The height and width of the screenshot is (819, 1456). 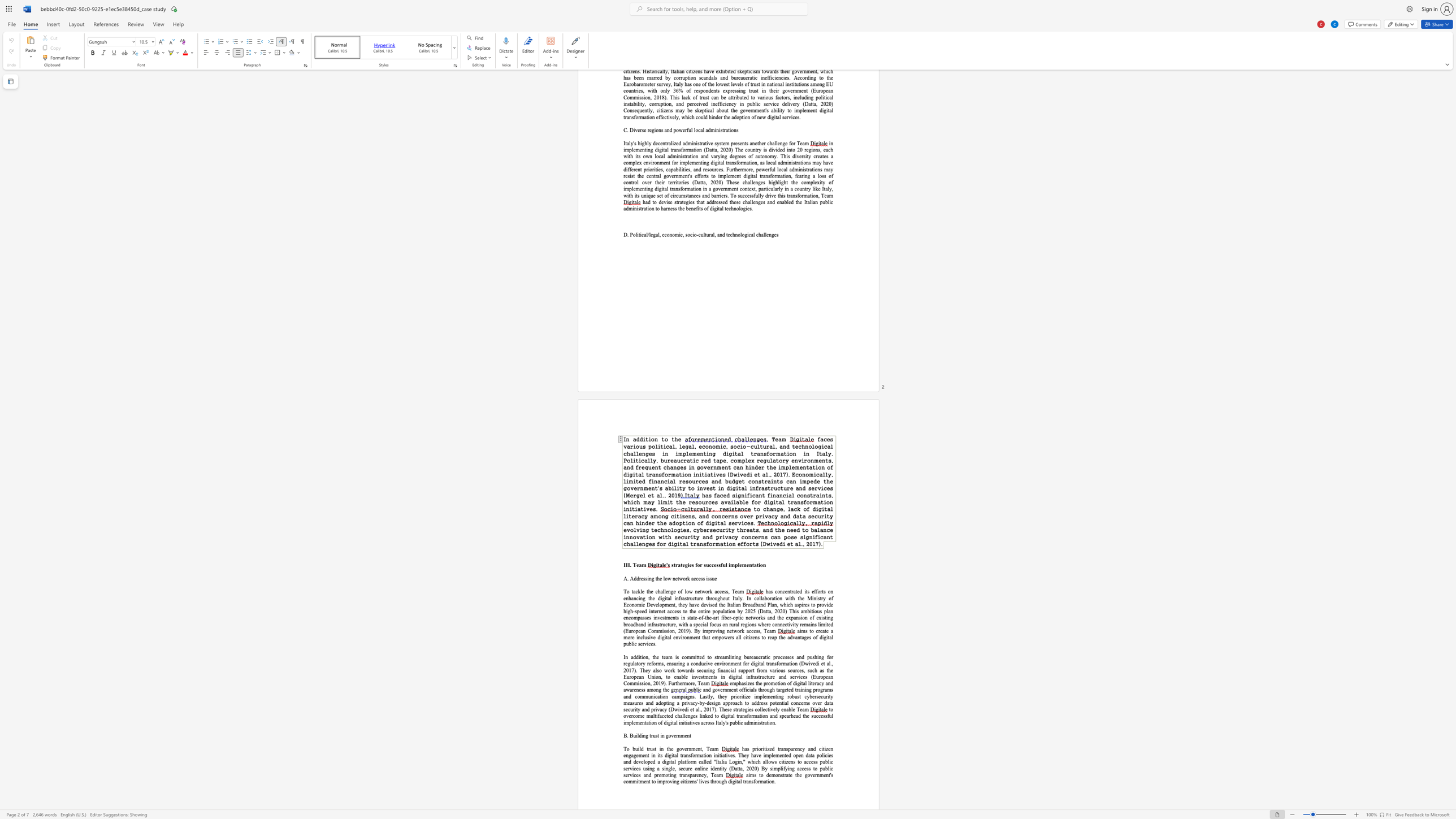 What do you see at coordinates (763, 234) in the screenshot?
I see `the 9th character "l" in the text` at bounding box center [763, 234].